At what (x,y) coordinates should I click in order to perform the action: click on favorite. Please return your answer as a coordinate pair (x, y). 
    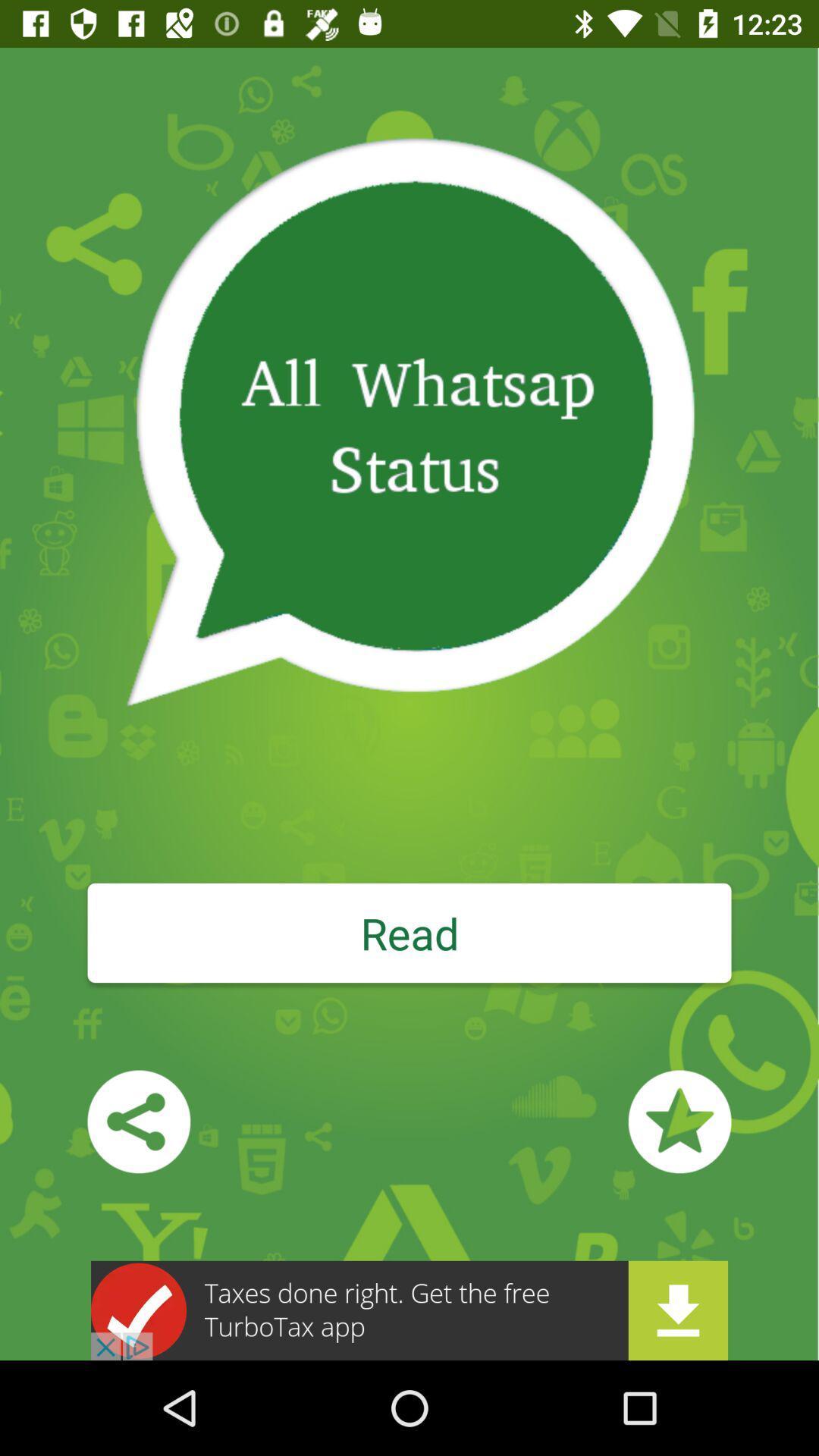
    Looking at the image, I should click on (679, 1122).